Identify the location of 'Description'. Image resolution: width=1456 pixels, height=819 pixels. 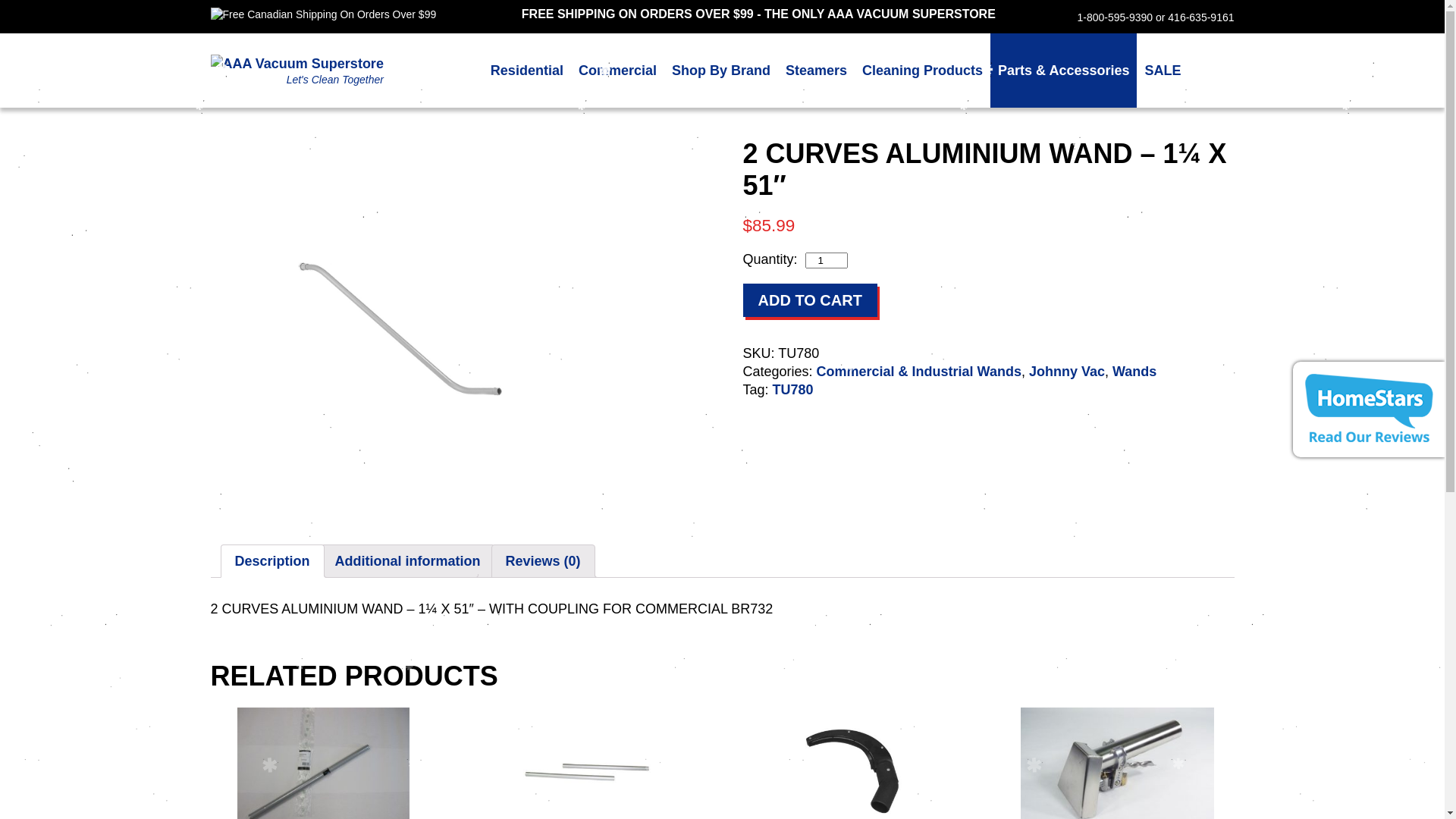
(272, 561).